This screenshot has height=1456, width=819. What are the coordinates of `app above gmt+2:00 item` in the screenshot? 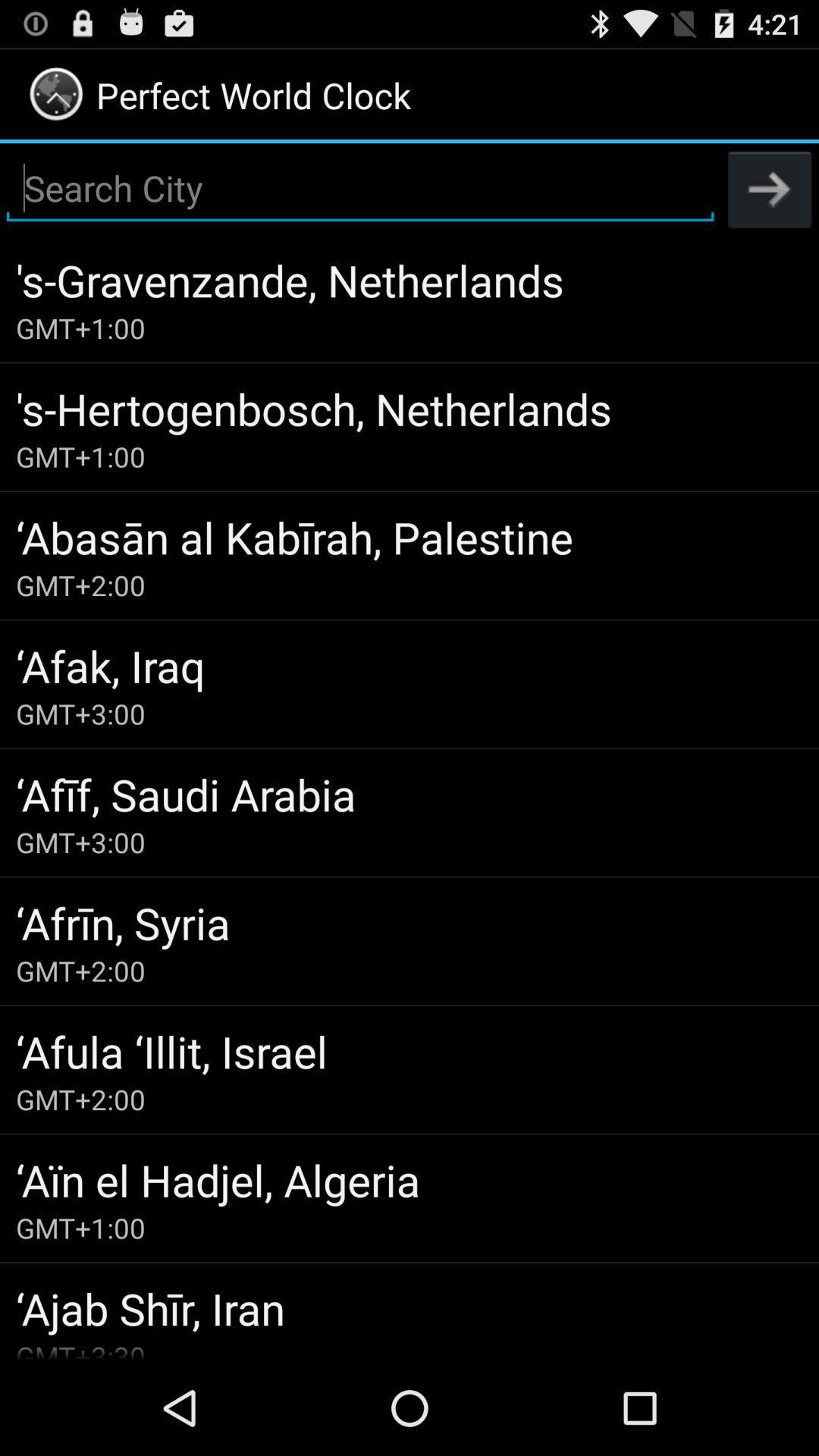 It's located at (409, 1050).